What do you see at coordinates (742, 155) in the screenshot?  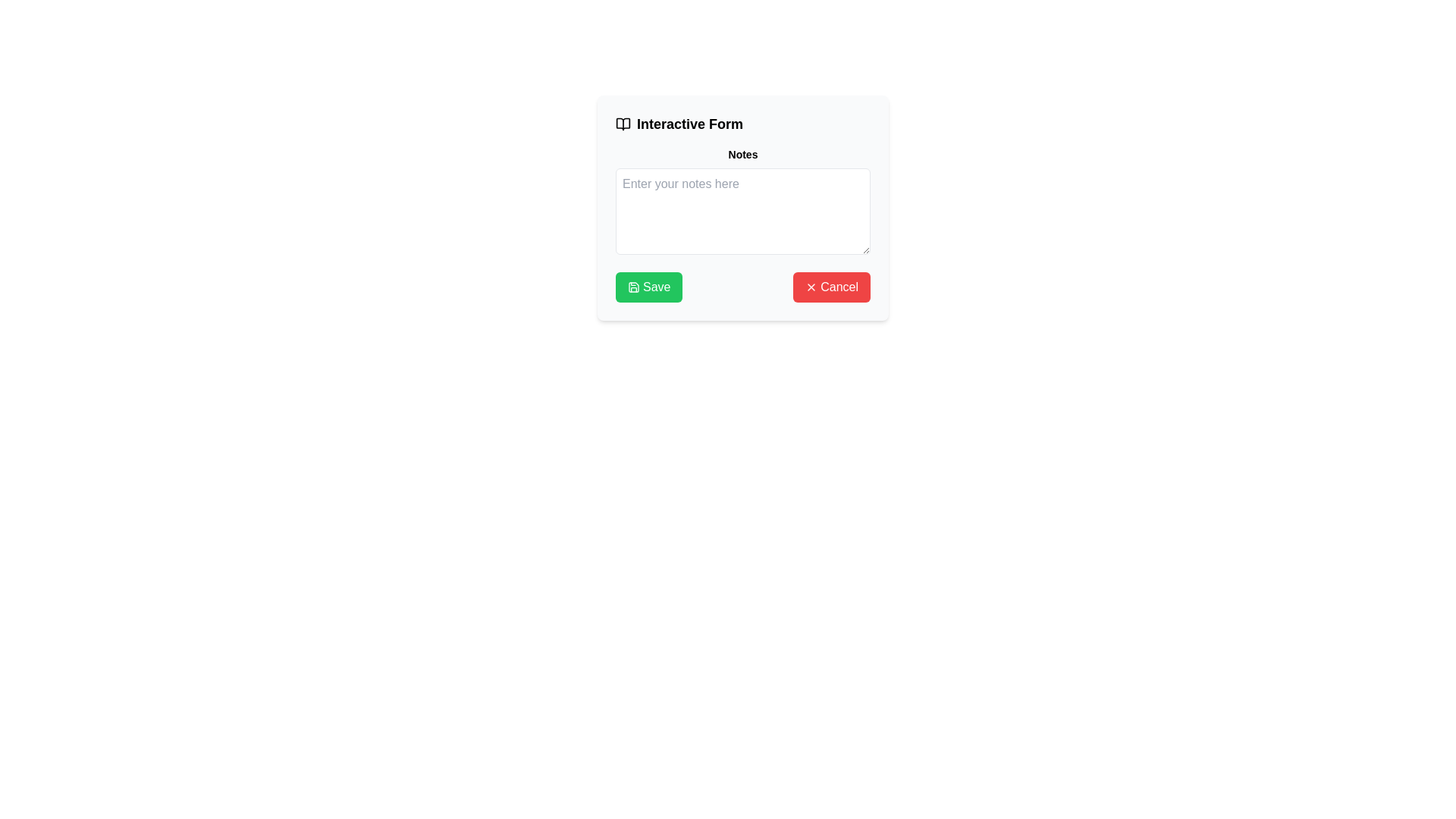 I see `the Text label that serves as the title for the input field below, providing context for user input` at bounding box center [742, 155].